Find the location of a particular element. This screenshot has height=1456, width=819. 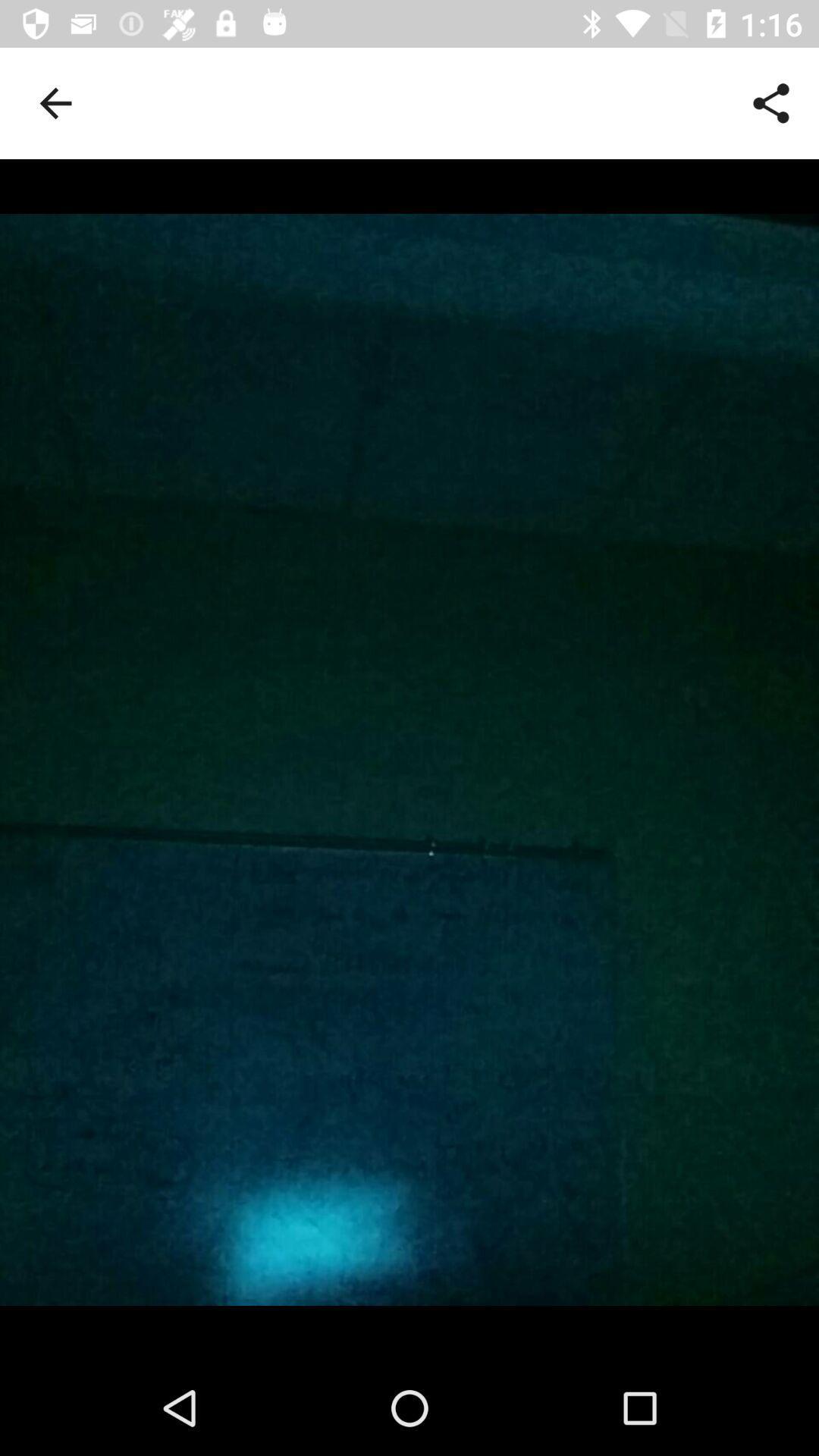

icon at the top right corner is located at coordinates (771, 102).